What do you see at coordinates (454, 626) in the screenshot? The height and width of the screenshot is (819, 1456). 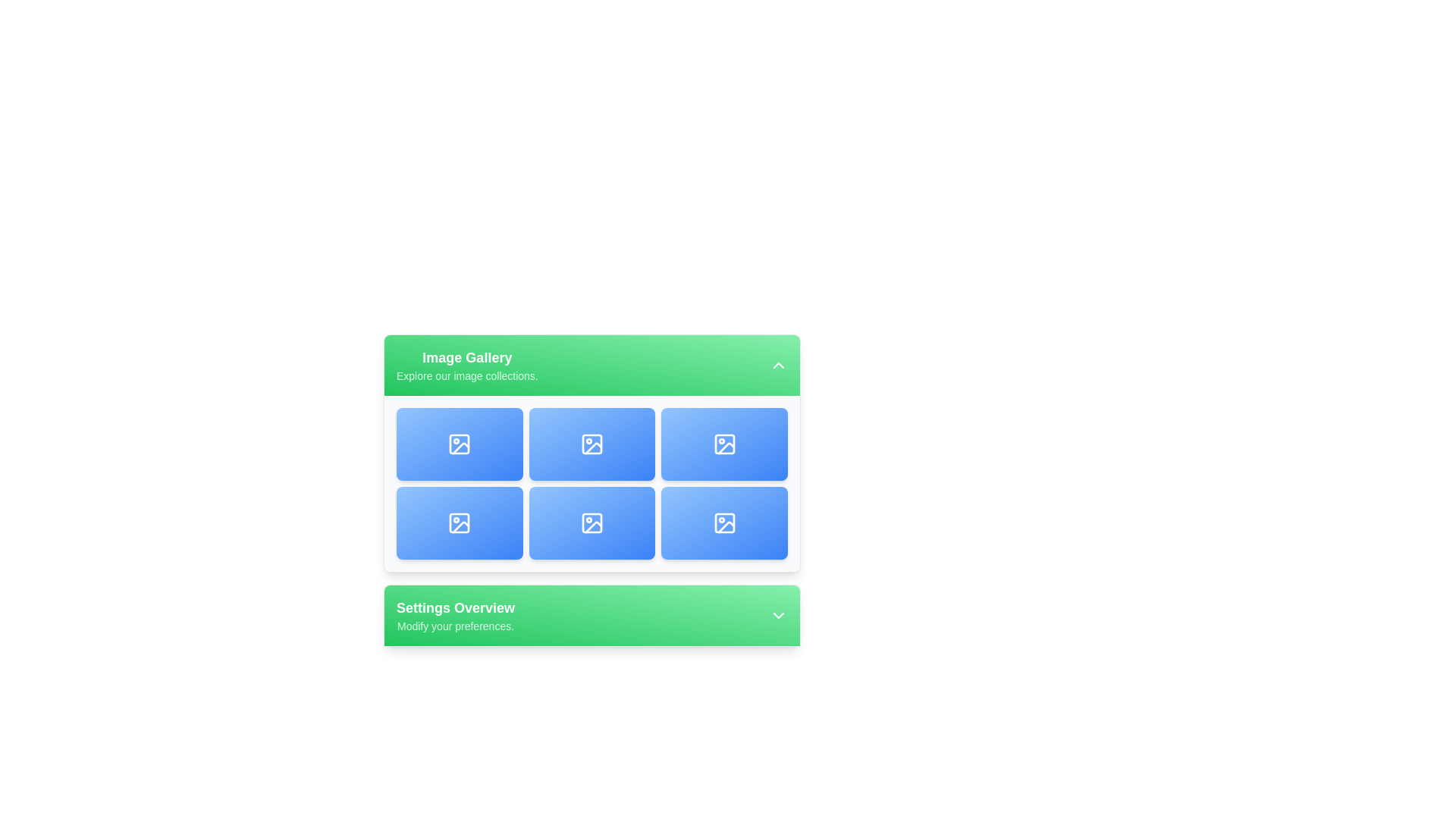 I see `the text label styled with a small font size and green text color located below the 'Settings Overview' section heading` at bounding box center [454, 626].